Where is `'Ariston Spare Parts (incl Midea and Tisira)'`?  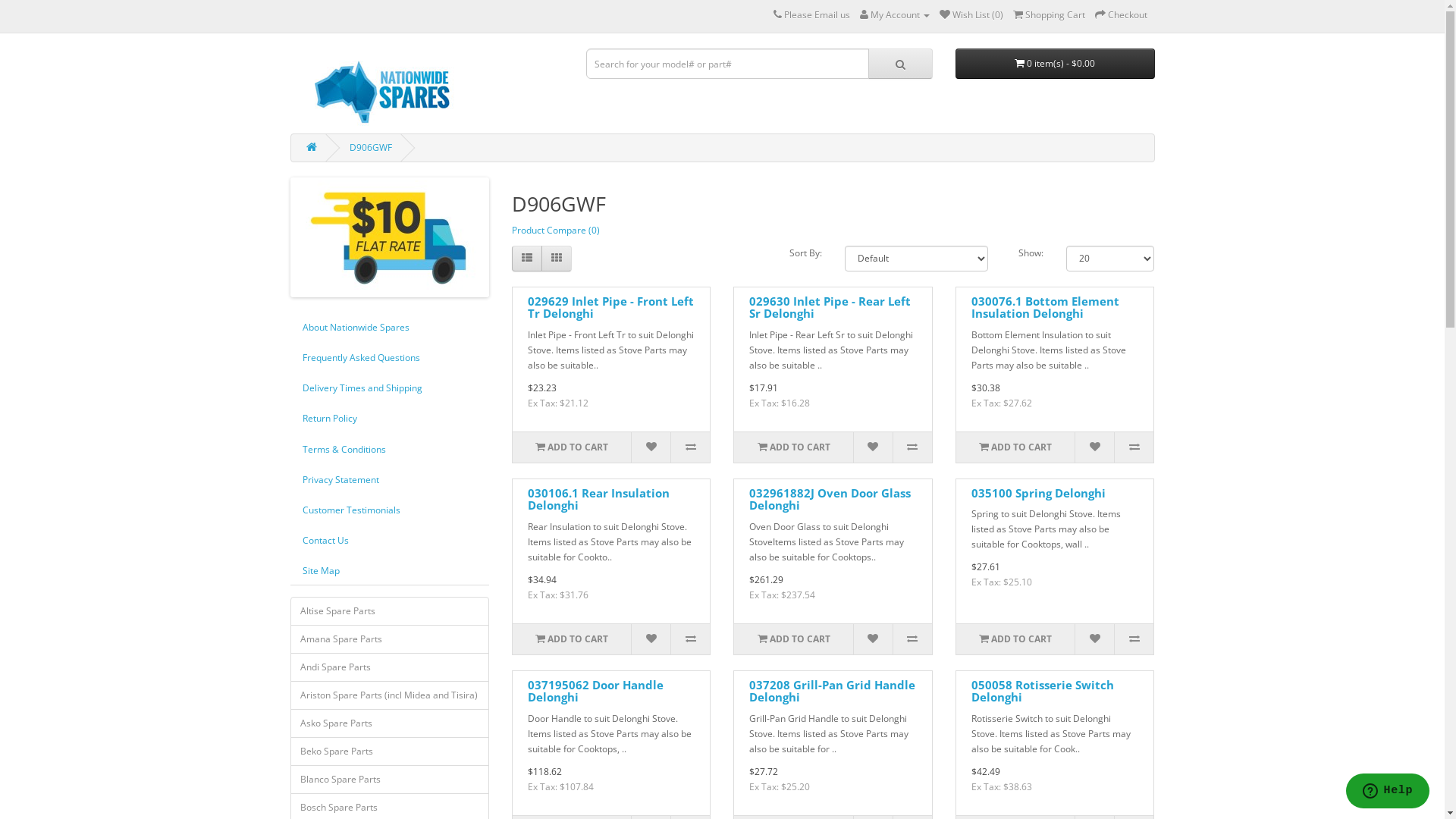 'Ariston Spare Parts (incl Midea and Tisira)' is located at coordinates (389, 695).